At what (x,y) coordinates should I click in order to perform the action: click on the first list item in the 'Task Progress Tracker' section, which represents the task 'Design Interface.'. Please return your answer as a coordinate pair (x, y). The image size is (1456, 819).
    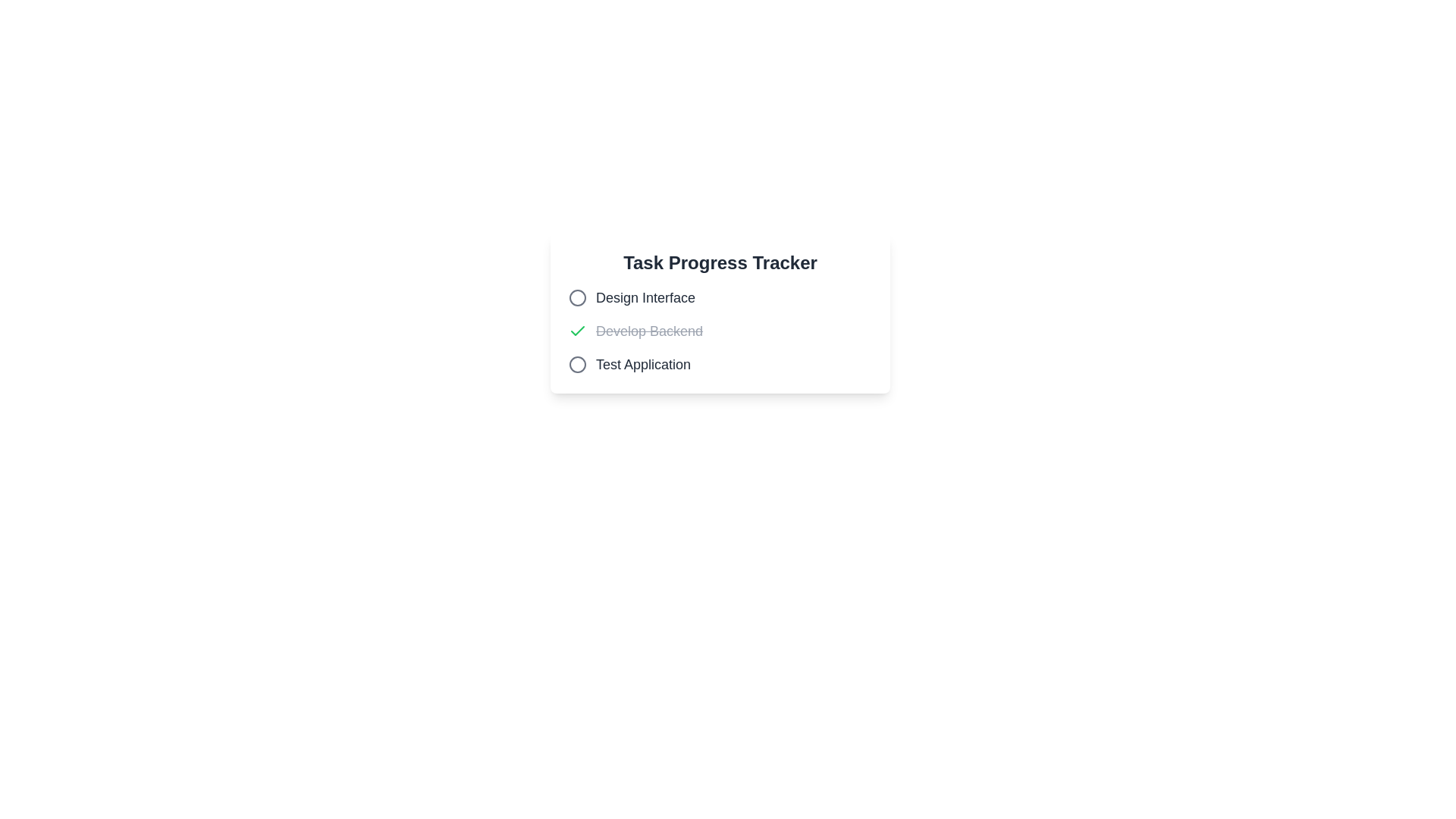
    Looking at the image, I should click on (720, 298).